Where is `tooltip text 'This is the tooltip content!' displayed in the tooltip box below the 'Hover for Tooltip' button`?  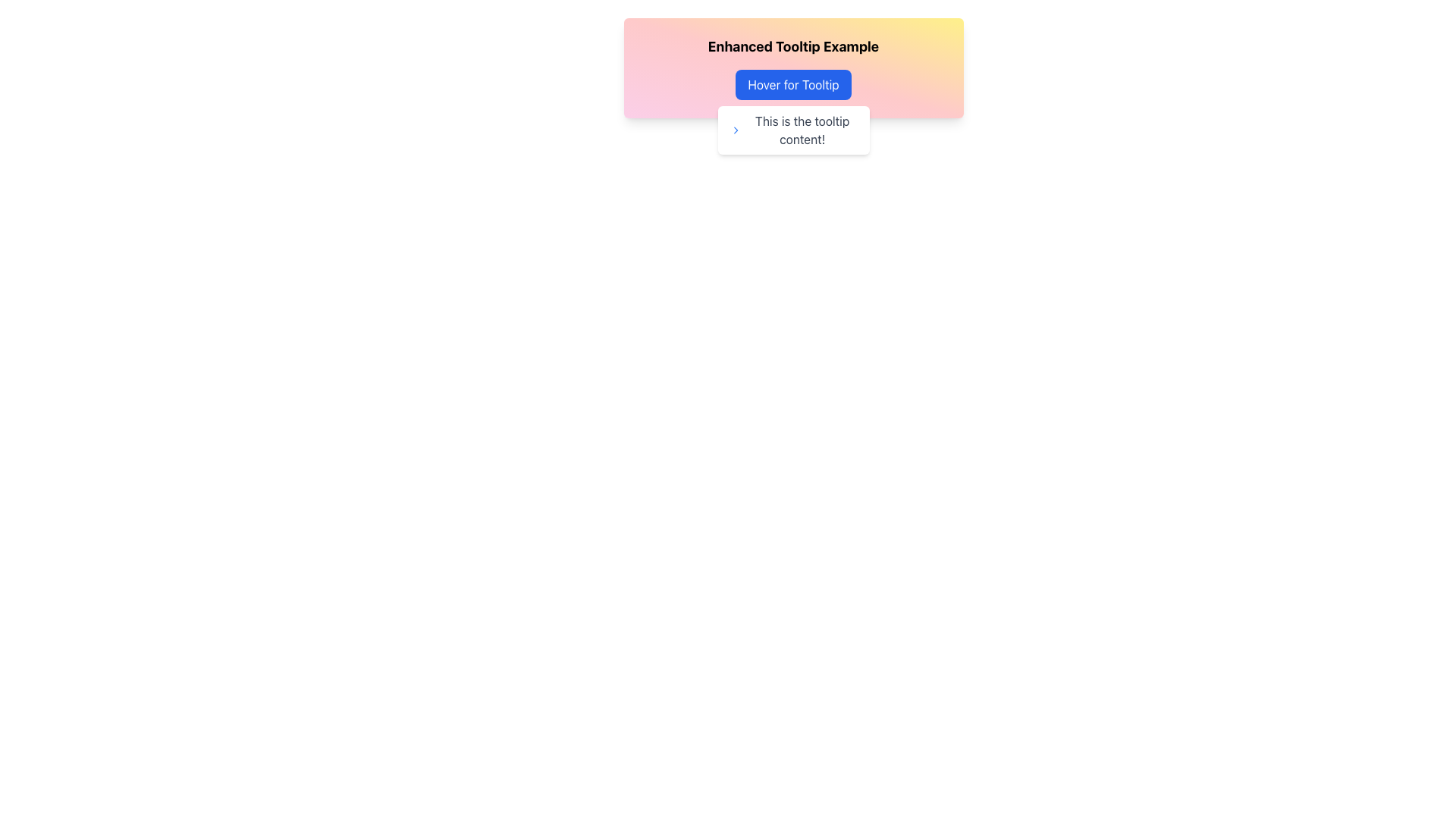 tooltip text 'This is the tooltip content!' displayed in the tooltip box below the 'Hover for Tooltip' button is located at coordinates (792, 130).